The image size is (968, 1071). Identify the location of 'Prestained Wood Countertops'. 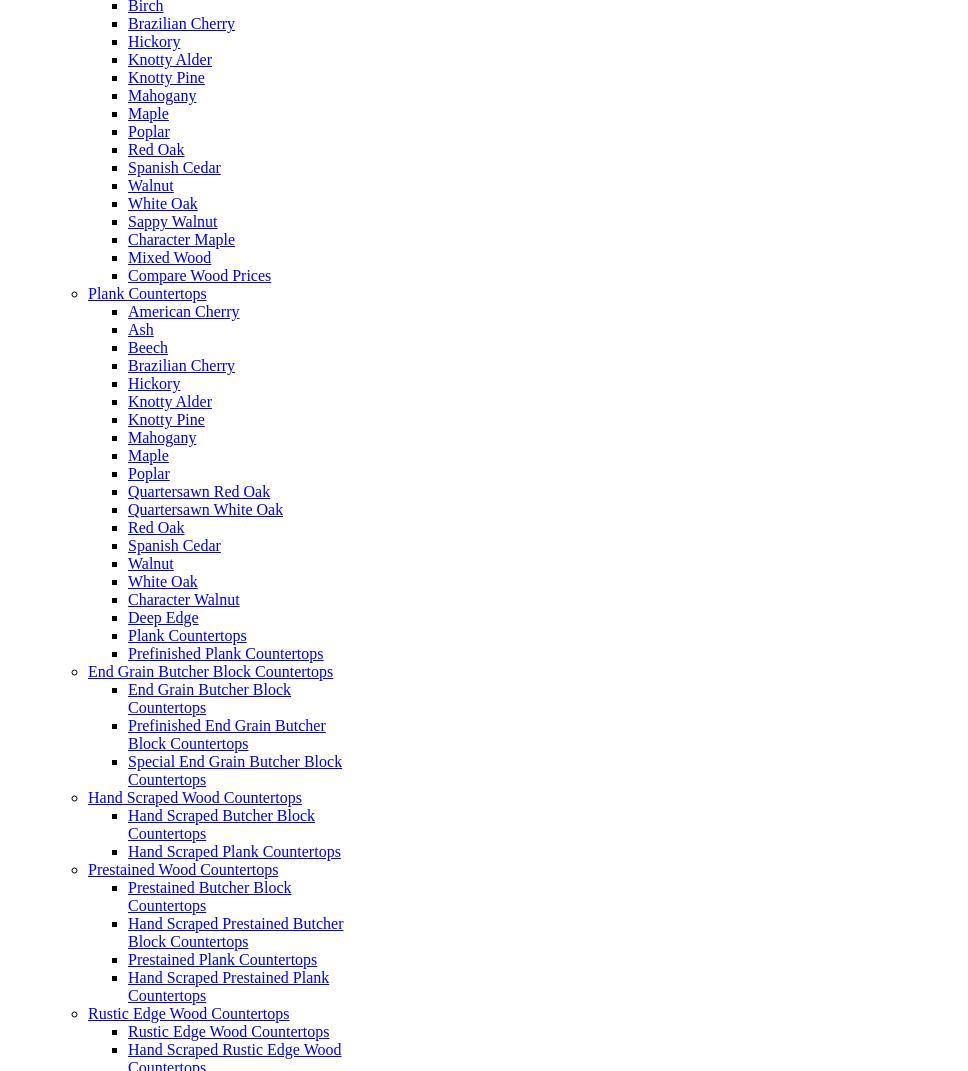
(182, 869).